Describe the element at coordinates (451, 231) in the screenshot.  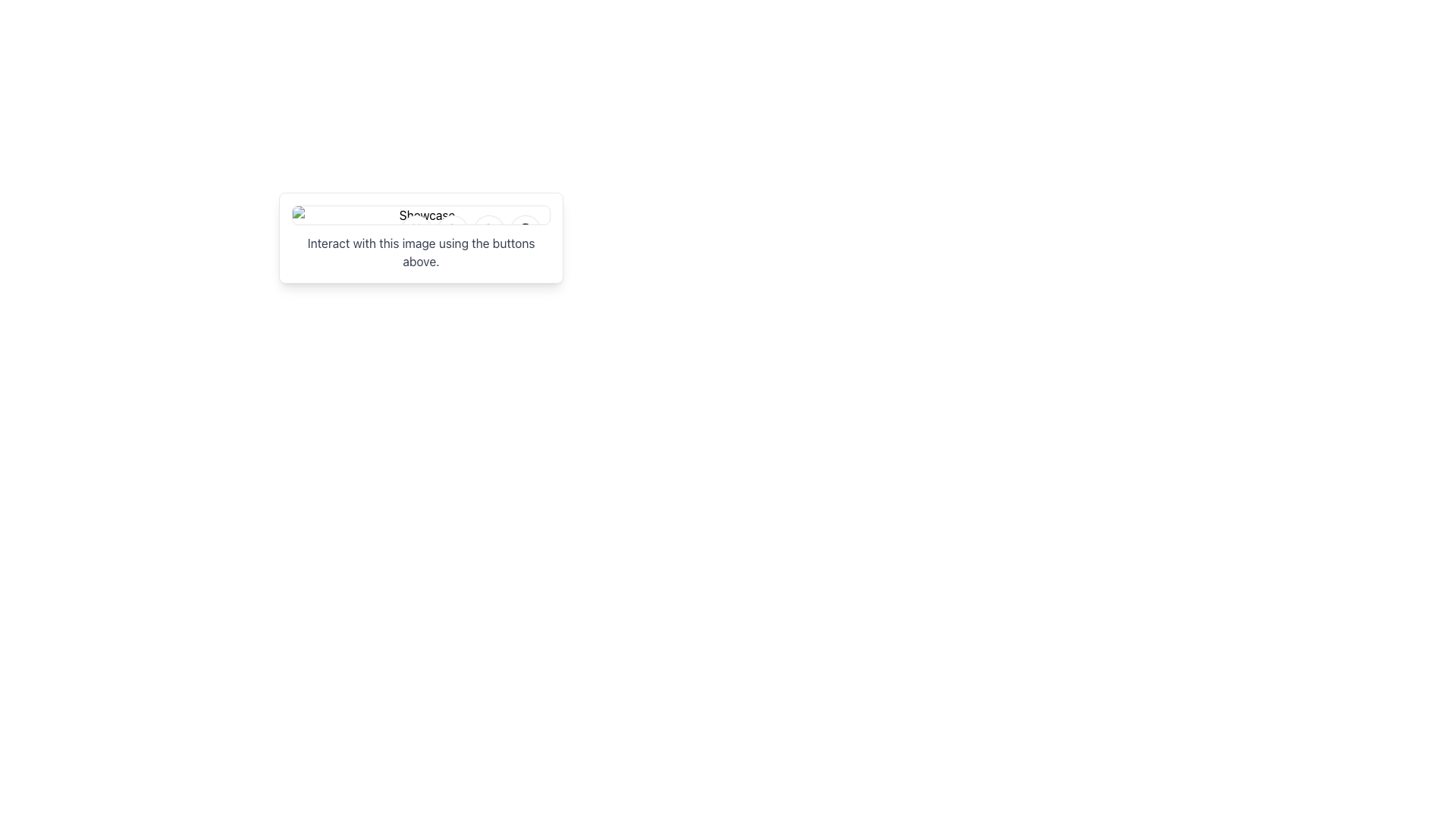
I see `the zoom-in icon located at the center of the circular button in the horizontal toolbar at the top of the interface` at that location.